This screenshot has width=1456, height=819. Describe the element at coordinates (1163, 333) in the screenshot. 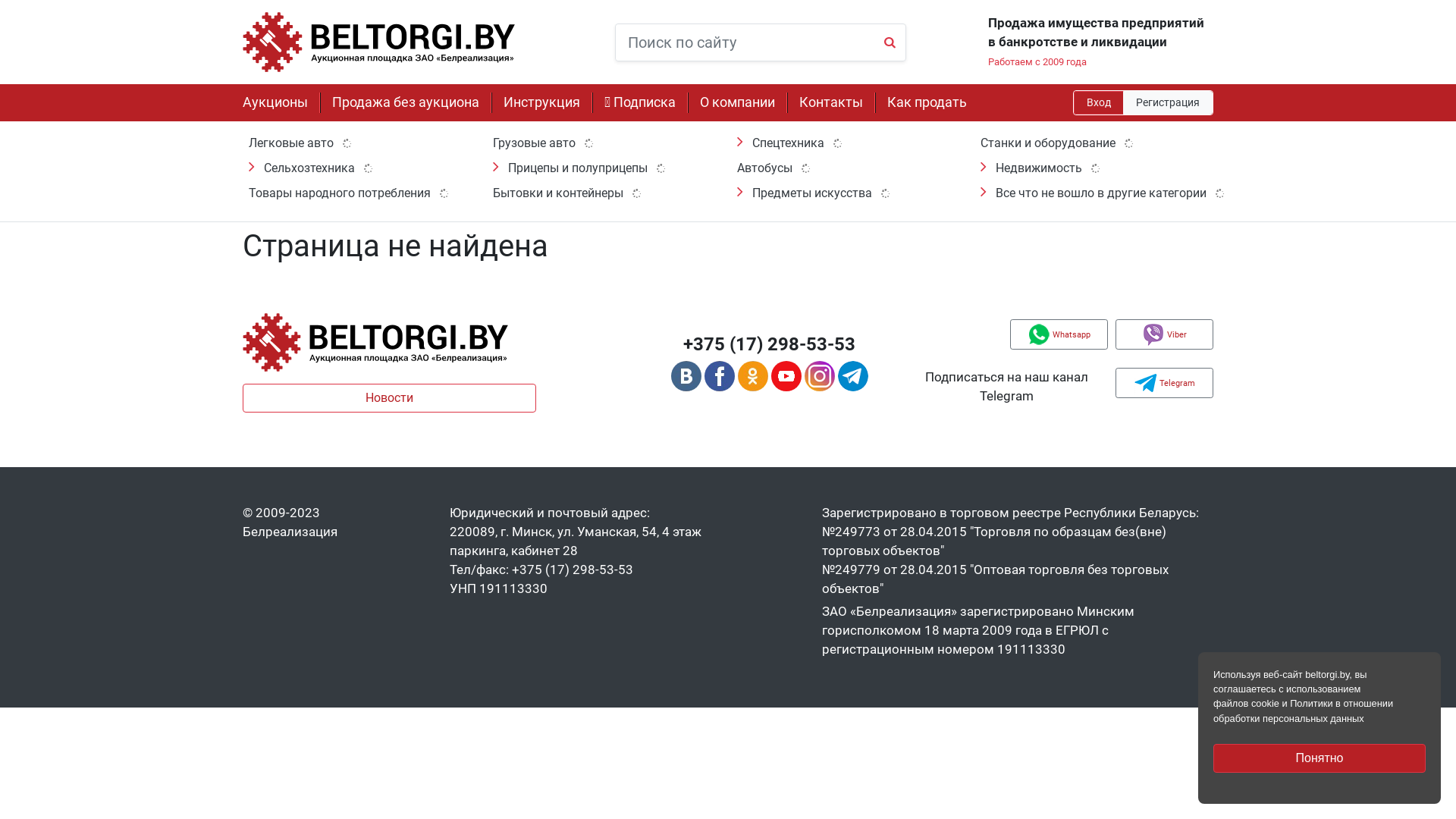

I see `'Viber'` at that location.